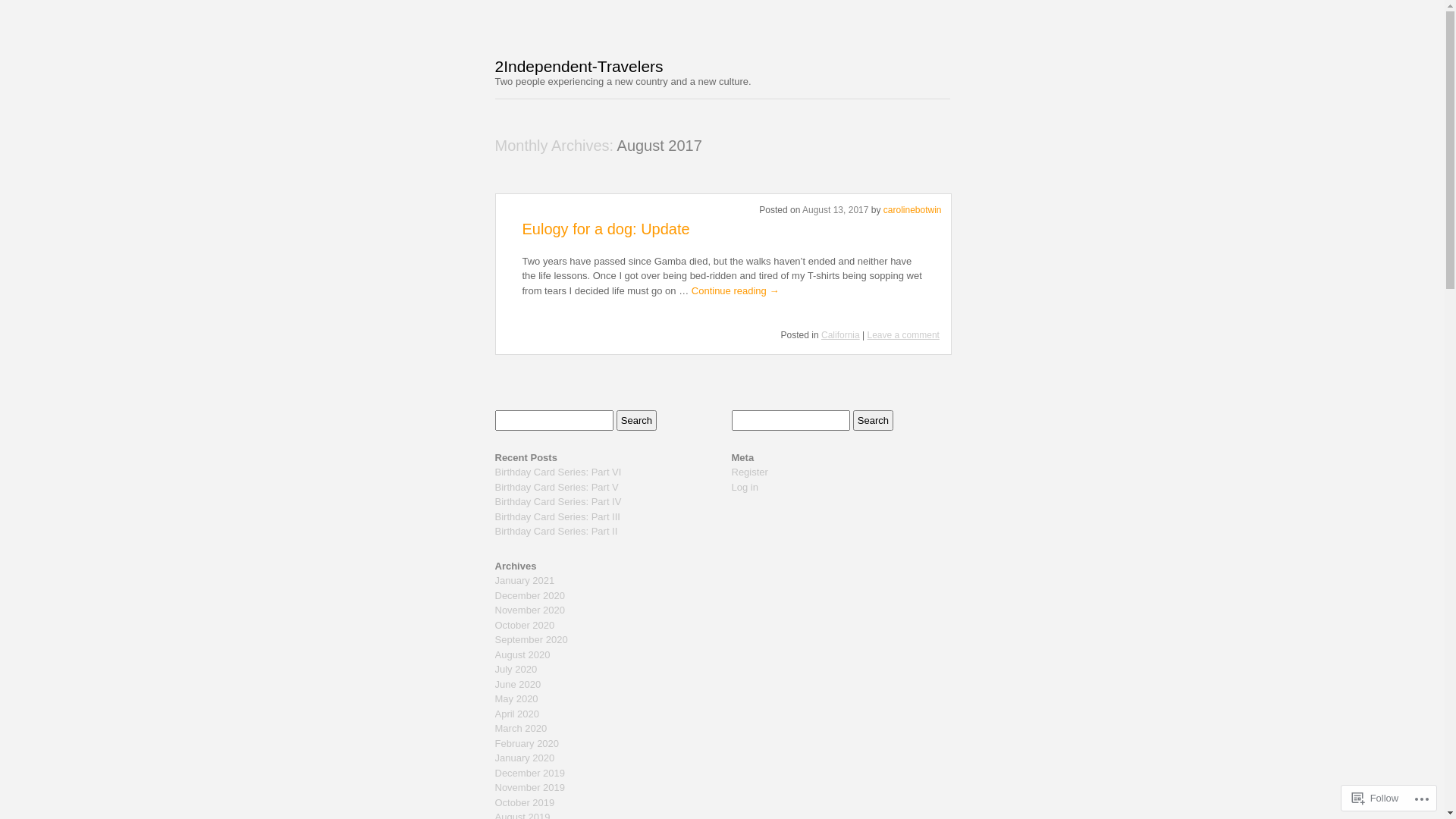 The width and height of the screenshot is (1456, 819). Describe the element at coordinates (873, 420) in the screenshot. I see `'Search'` at that location.